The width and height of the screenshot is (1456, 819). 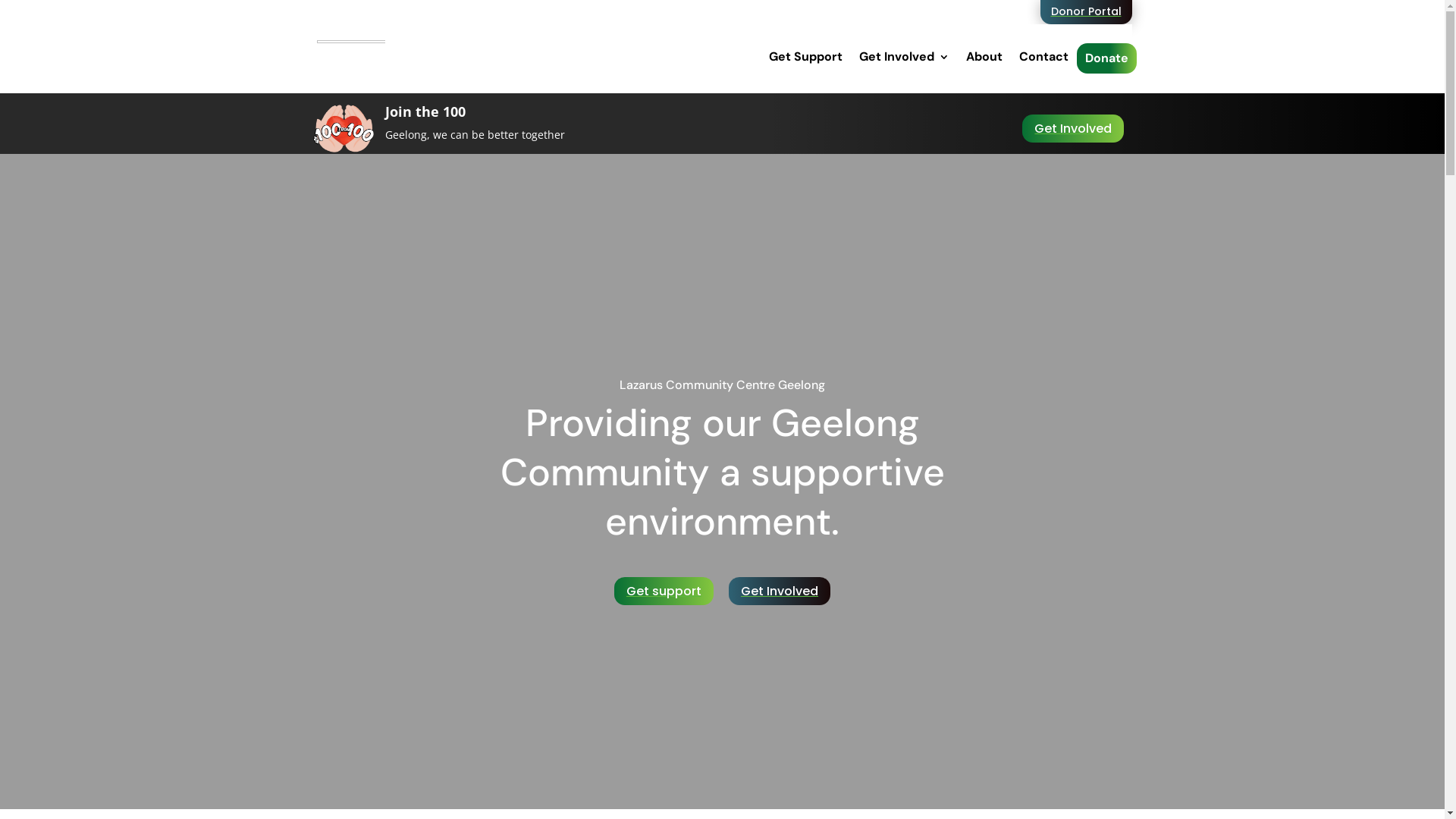 I want to click on 'Get Support', so click(x=805, y=55).